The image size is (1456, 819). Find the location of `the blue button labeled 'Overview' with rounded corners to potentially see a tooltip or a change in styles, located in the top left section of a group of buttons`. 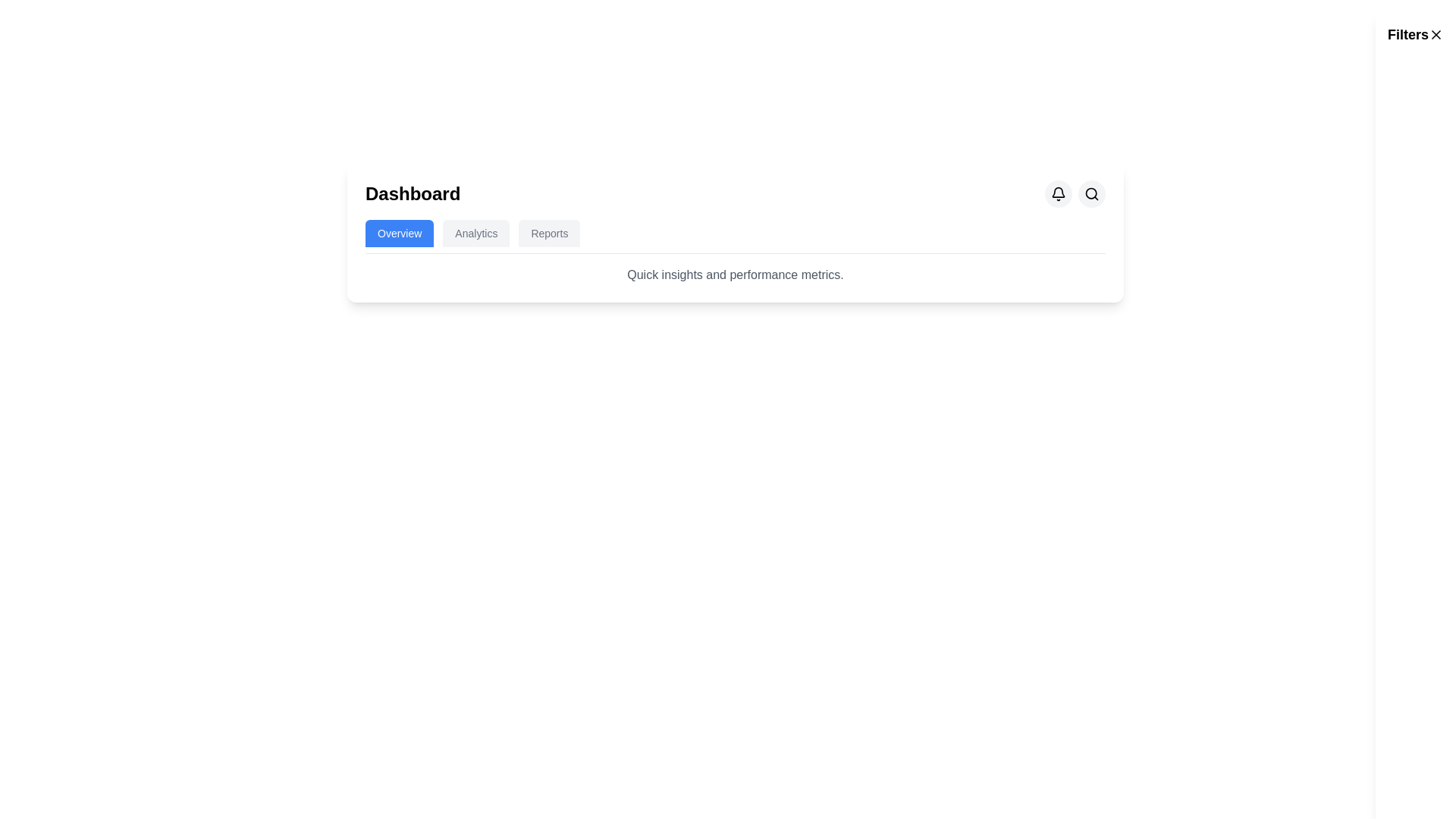

the blue button labeled 'Overview' with rounded corners to potentially see a tooltip or a change in styles, located in the top left section of a group of buttons is located at coordinates (400, 234).